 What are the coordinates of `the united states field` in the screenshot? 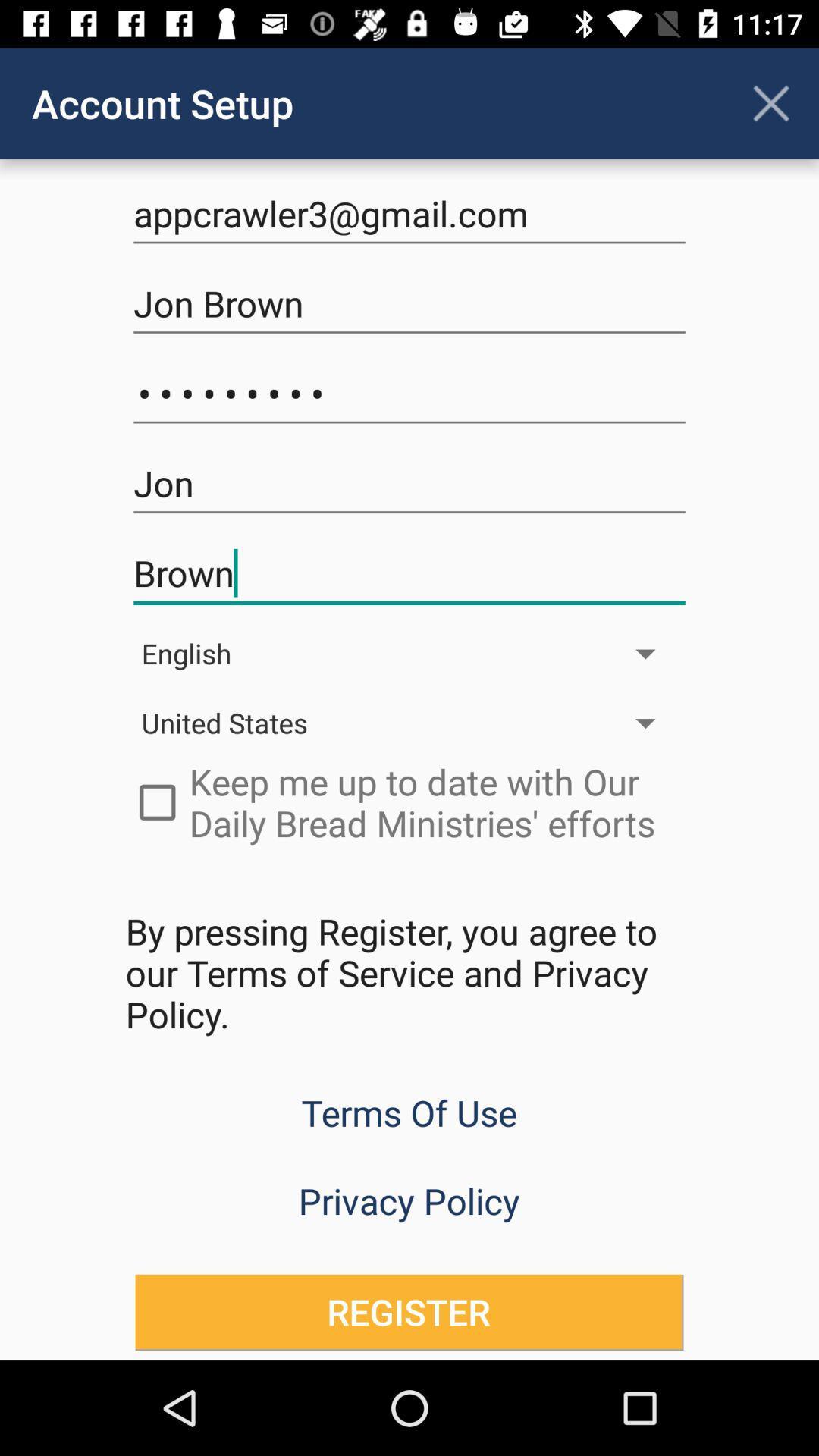 It's located at (409, 722).